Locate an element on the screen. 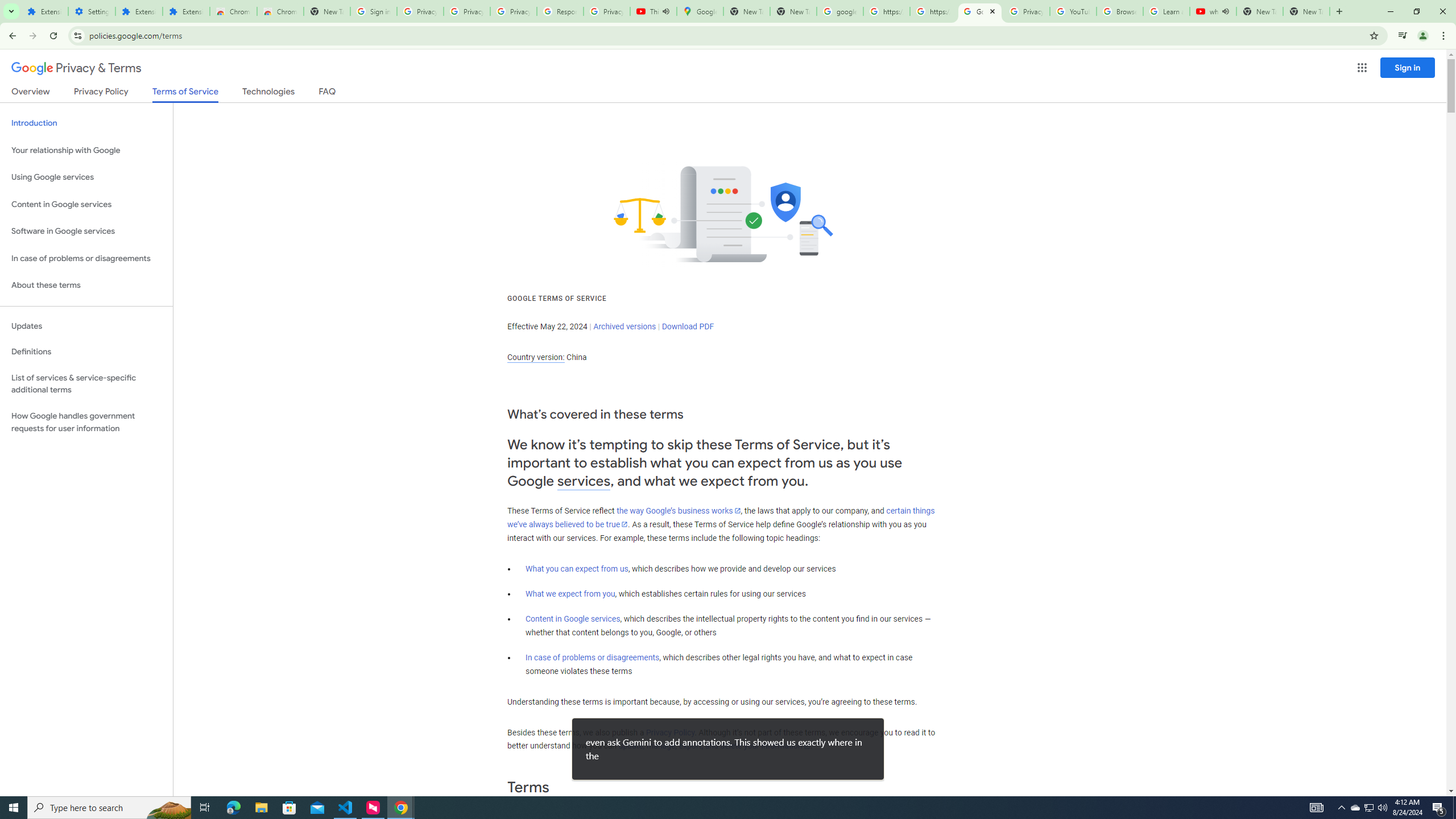  'services' is located at coordinates (584, 481).